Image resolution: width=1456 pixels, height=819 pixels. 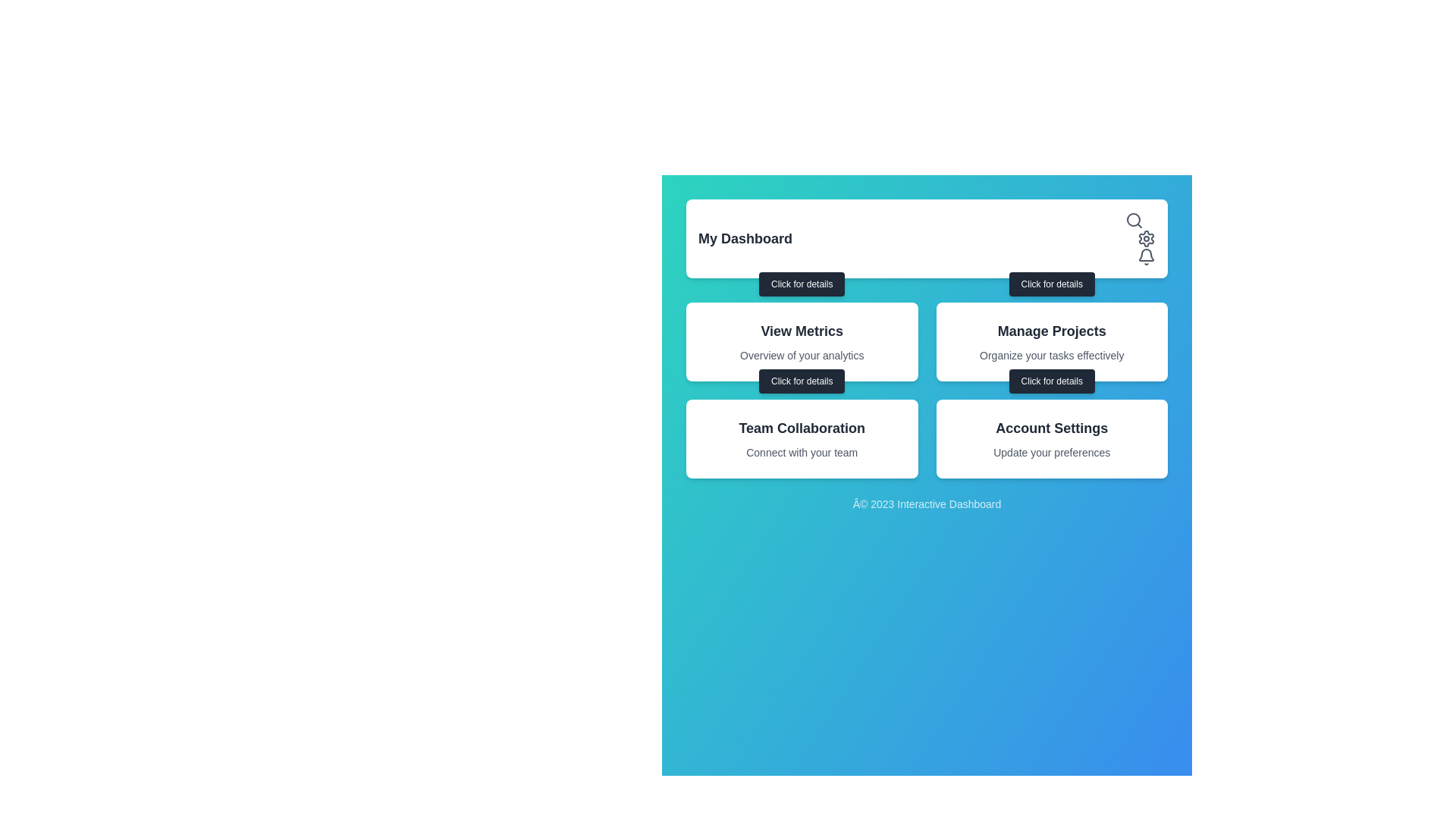 What do you see at coordinates (1051, 438) in the screenshot?
I see `the 'Account Settings' informational tile that displays a title and subtitle for accessibility navigation` at bounding box center [1051, 438].